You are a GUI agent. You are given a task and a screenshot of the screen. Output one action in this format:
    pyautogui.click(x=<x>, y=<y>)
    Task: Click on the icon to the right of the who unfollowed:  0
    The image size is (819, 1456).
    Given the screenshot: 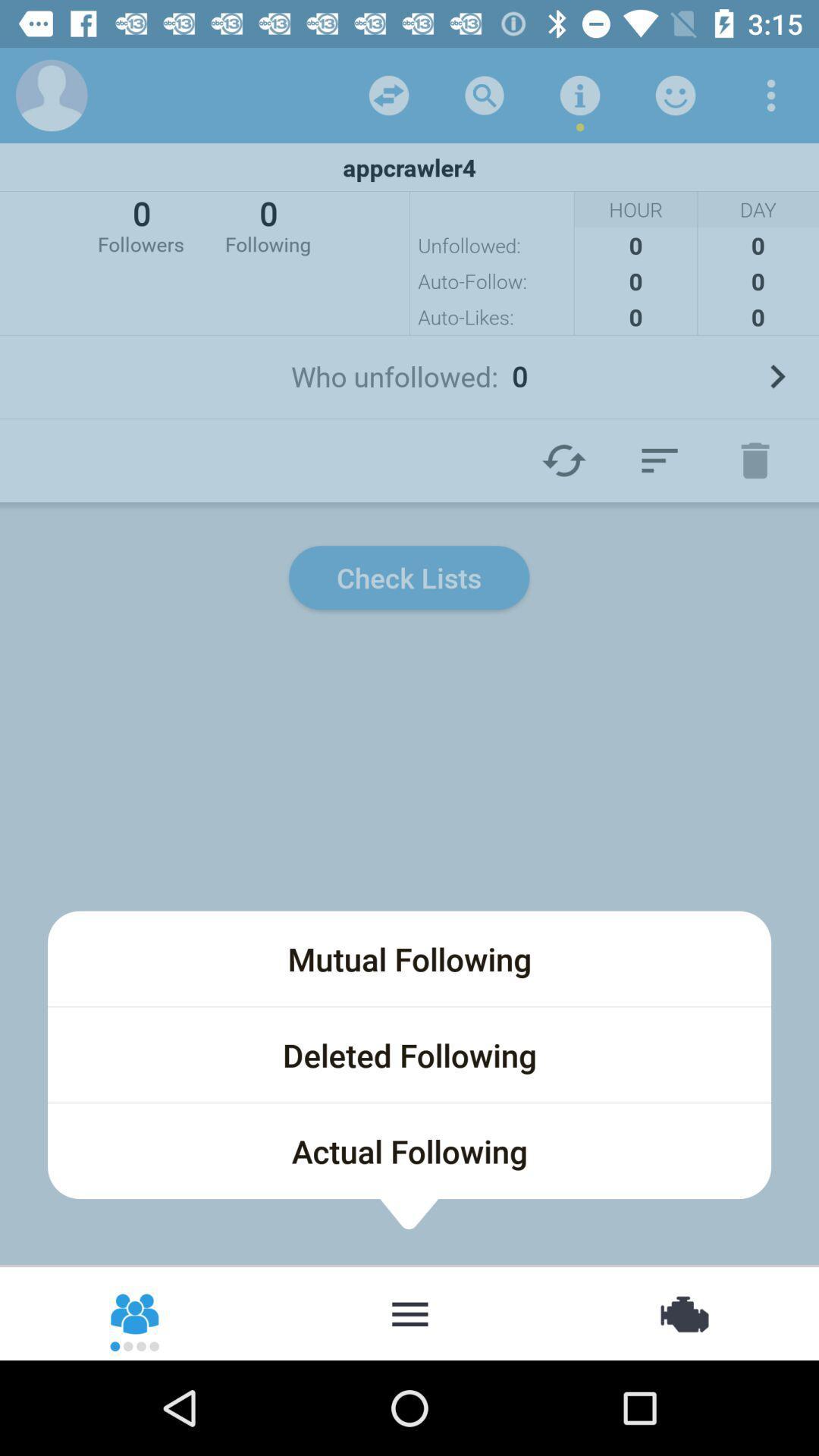 What is the action you would take?
    pyautogui.click(x=777, y=376)
    